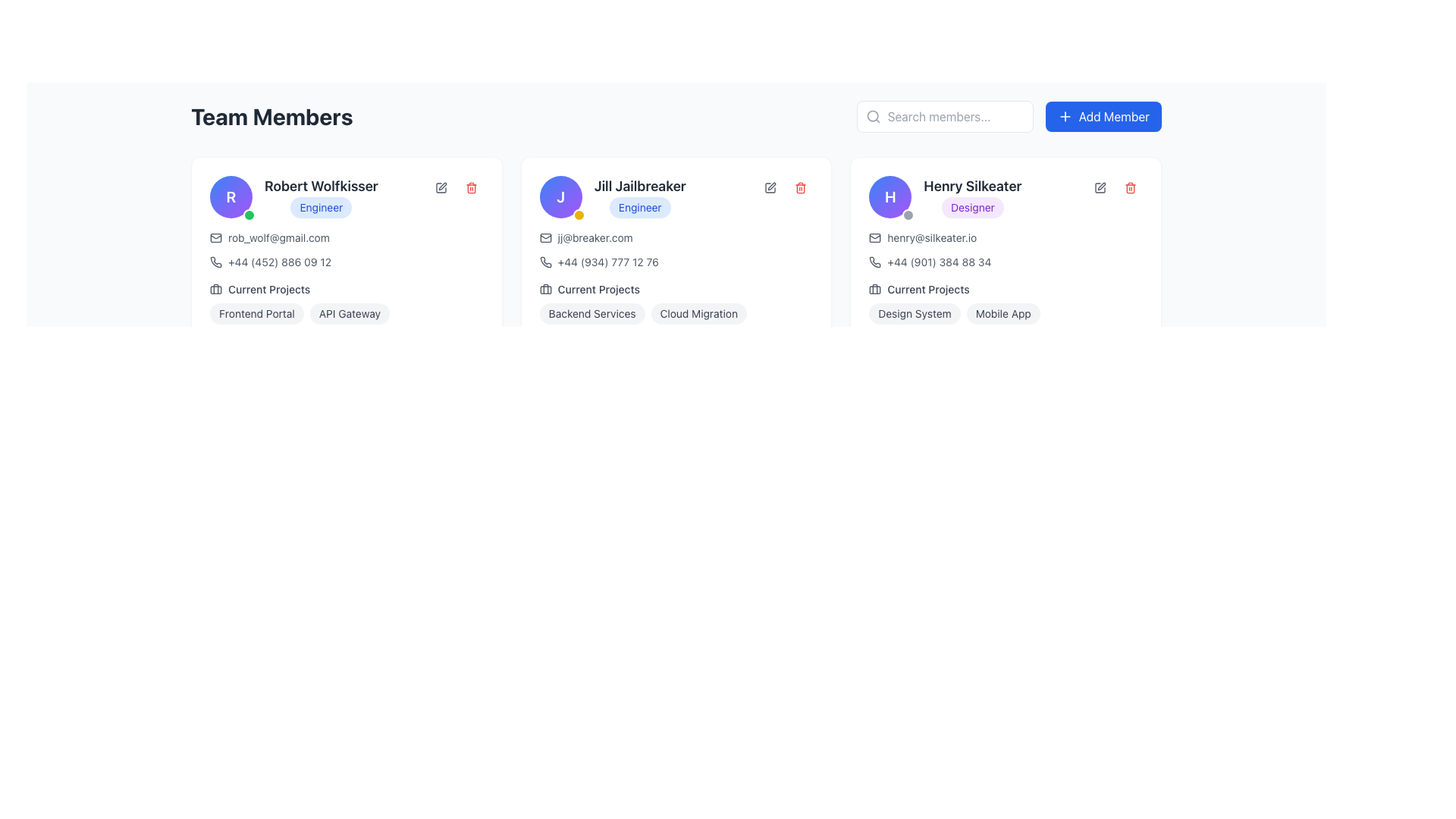 Image resolution: width=1456 pixels, height=819 pixels. Describe the element at coordinates (269, 289) in the screenshot. I see `the 'Current Projects' text label styled in gray font, which is located within a team member's card layout, positioned below their contact information and a briefcase icon` at that location.